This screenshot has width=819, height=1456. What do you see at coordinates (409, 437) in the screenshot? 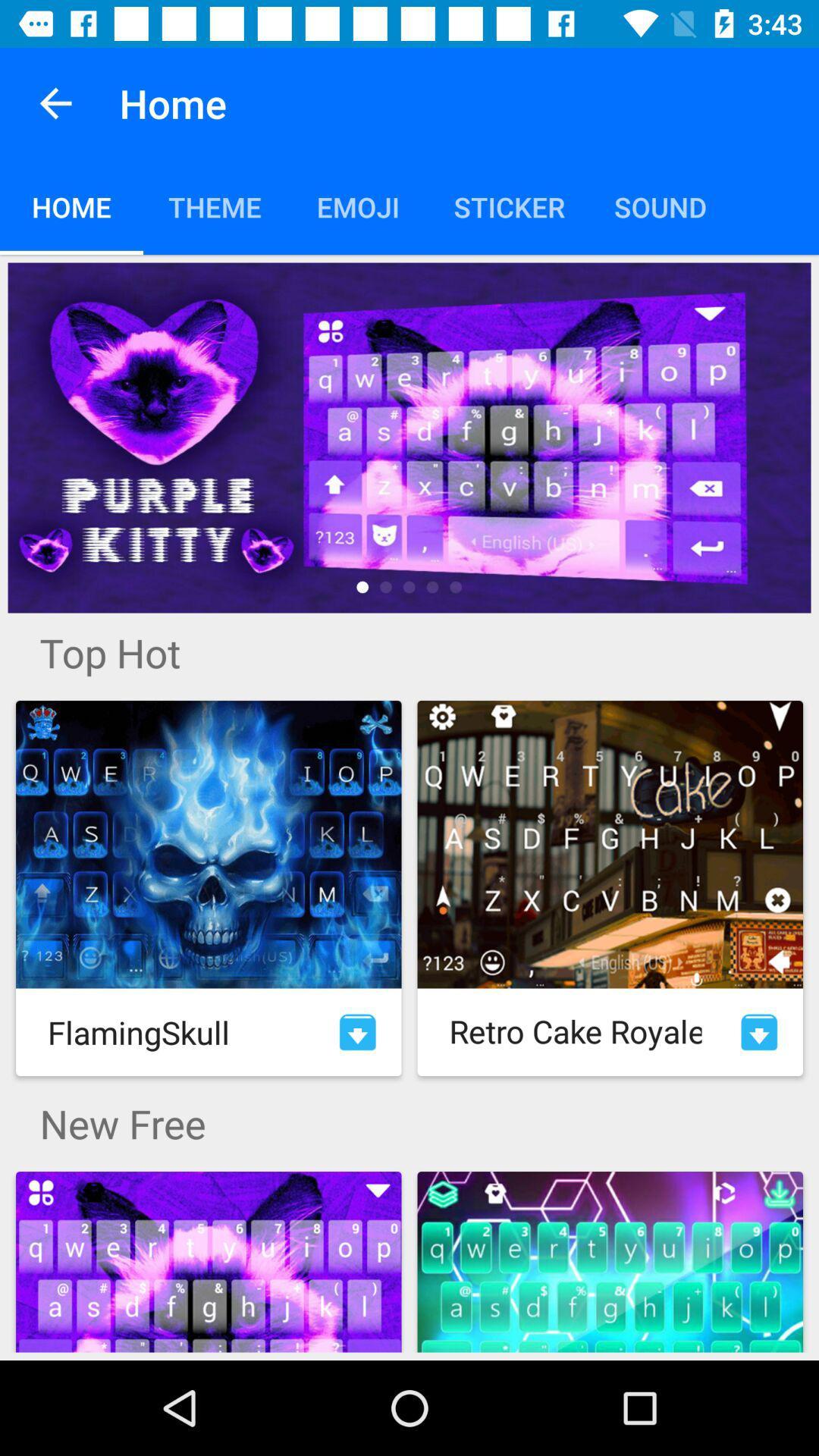
I see `go top keyboard themes` at bounding box center [409, 437].